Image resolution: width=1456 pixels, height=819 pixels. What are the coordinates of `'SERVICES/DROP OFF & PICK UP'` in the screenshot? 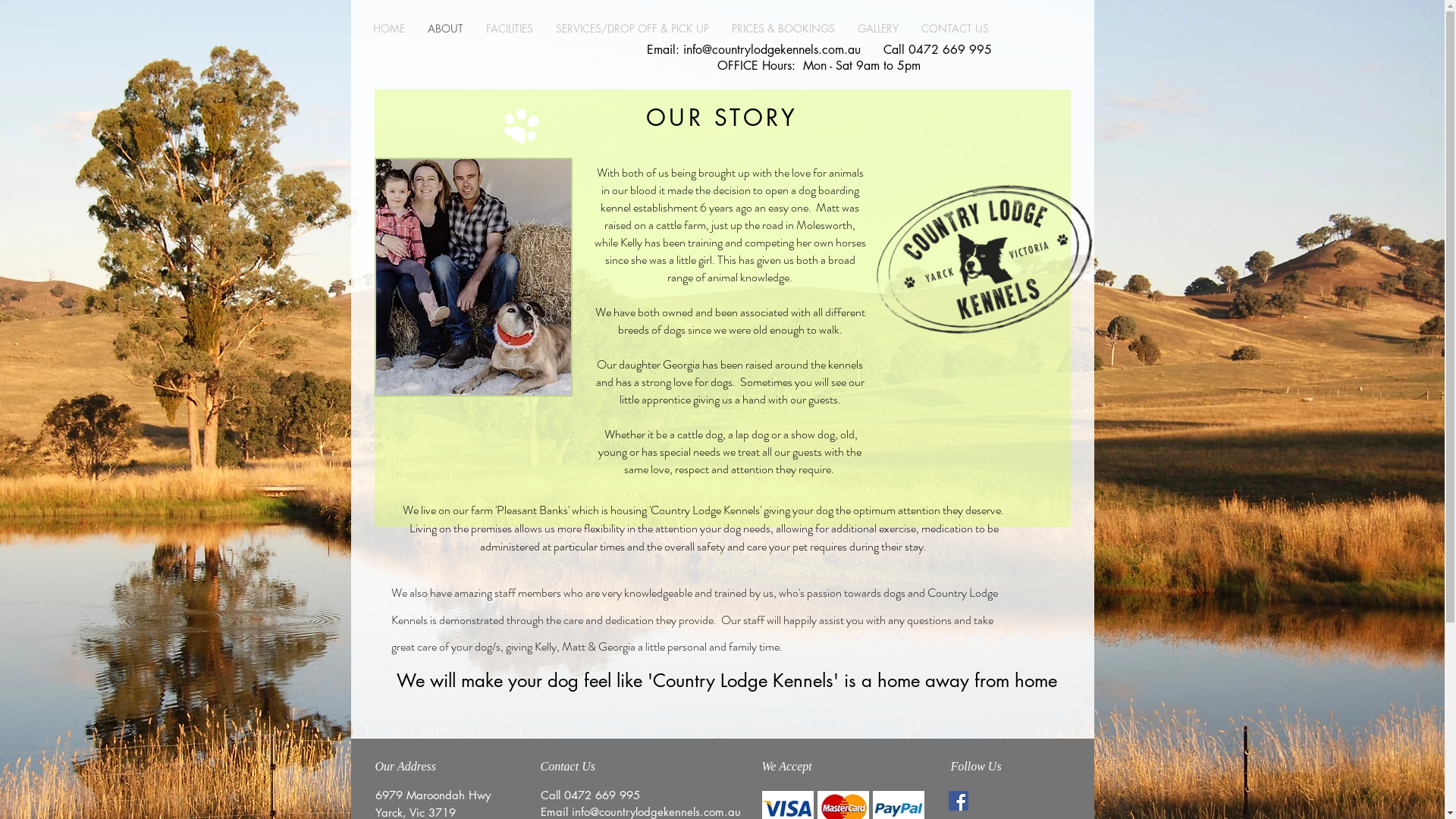 It's located at (544, 29).